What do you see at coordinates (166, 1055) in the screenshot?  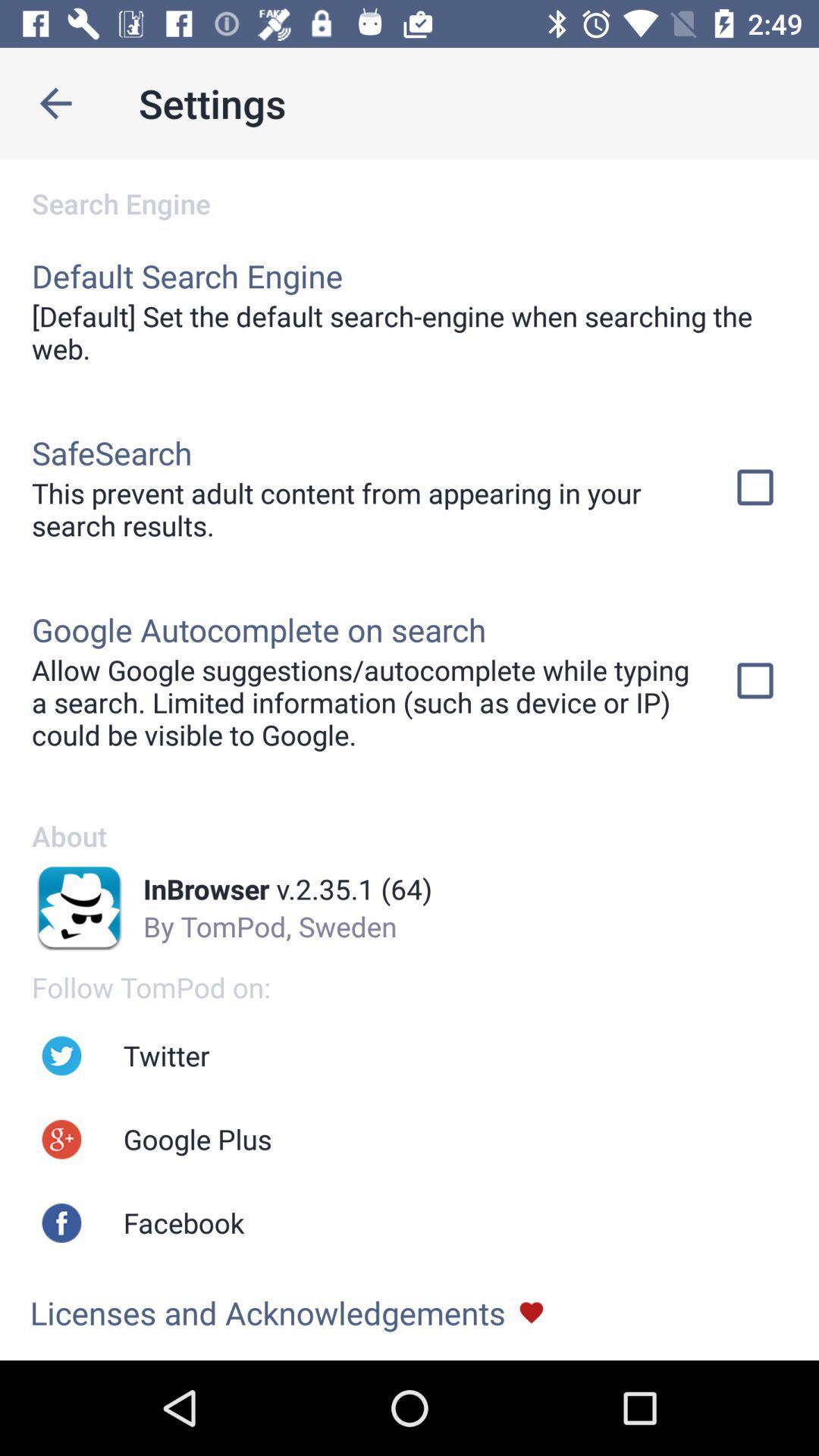 I see `icon below follow tompod on: item` at bounding box center [166, 1055].